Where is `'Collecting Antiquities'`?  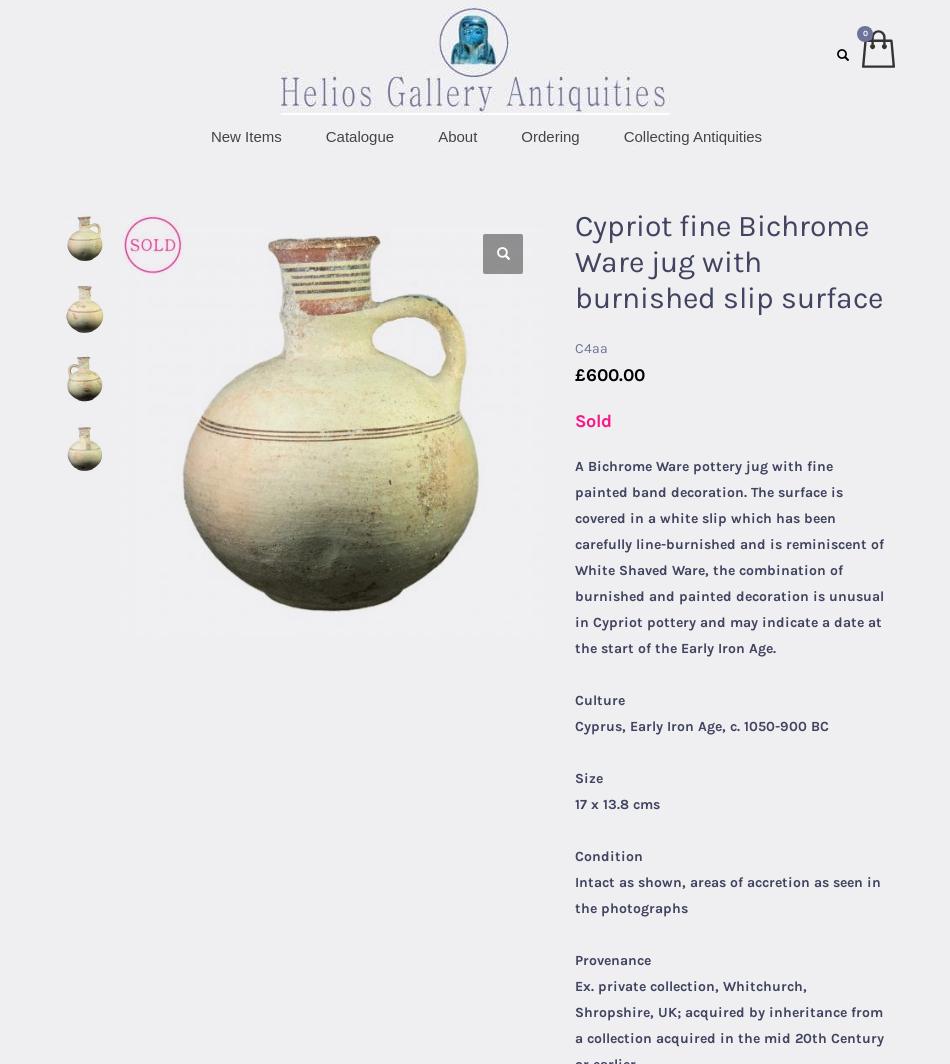 'Collecting Antiquities' is located at coordinates (692, 135).